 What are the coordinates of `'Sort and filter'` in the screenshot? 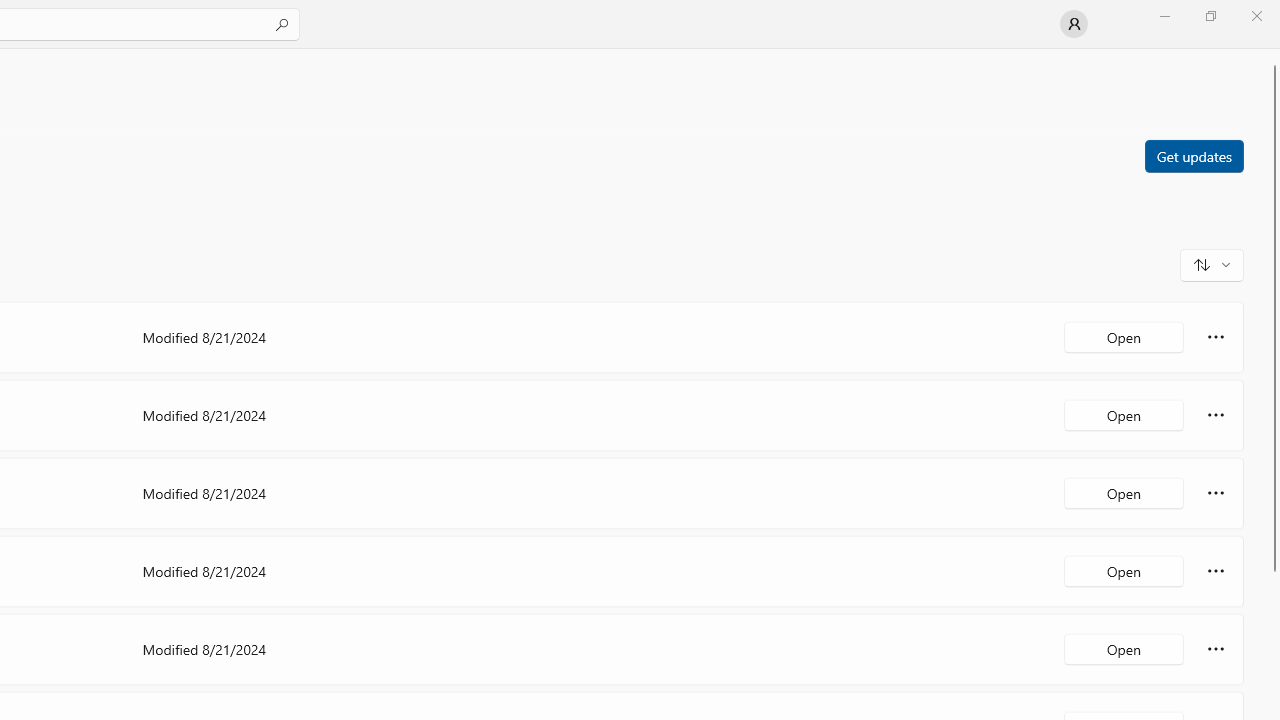 It's located at (1211, 263).